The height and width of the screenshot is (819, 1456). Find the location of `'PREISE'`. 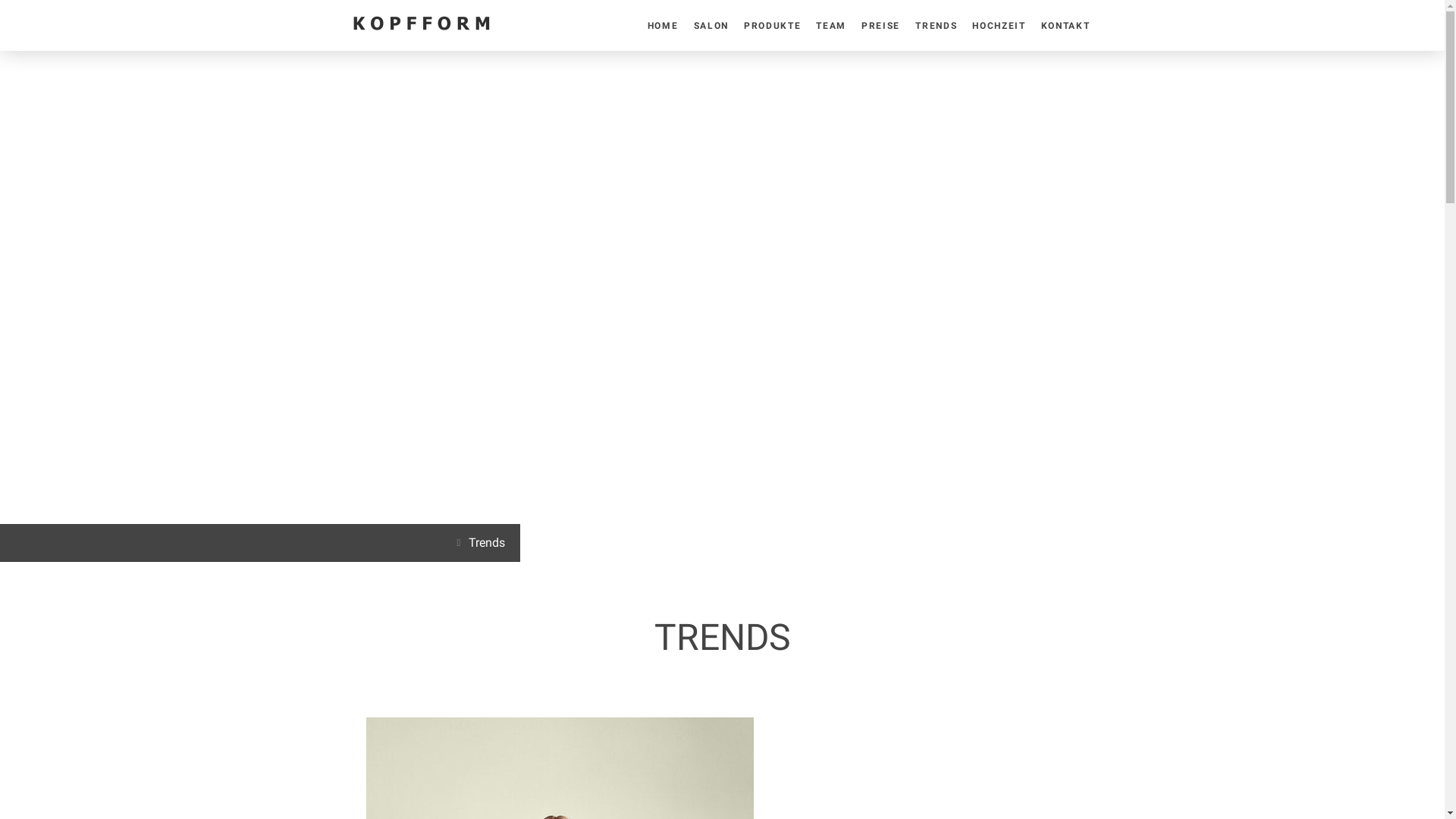

'PREISE' is located at coordinates (854, 25).